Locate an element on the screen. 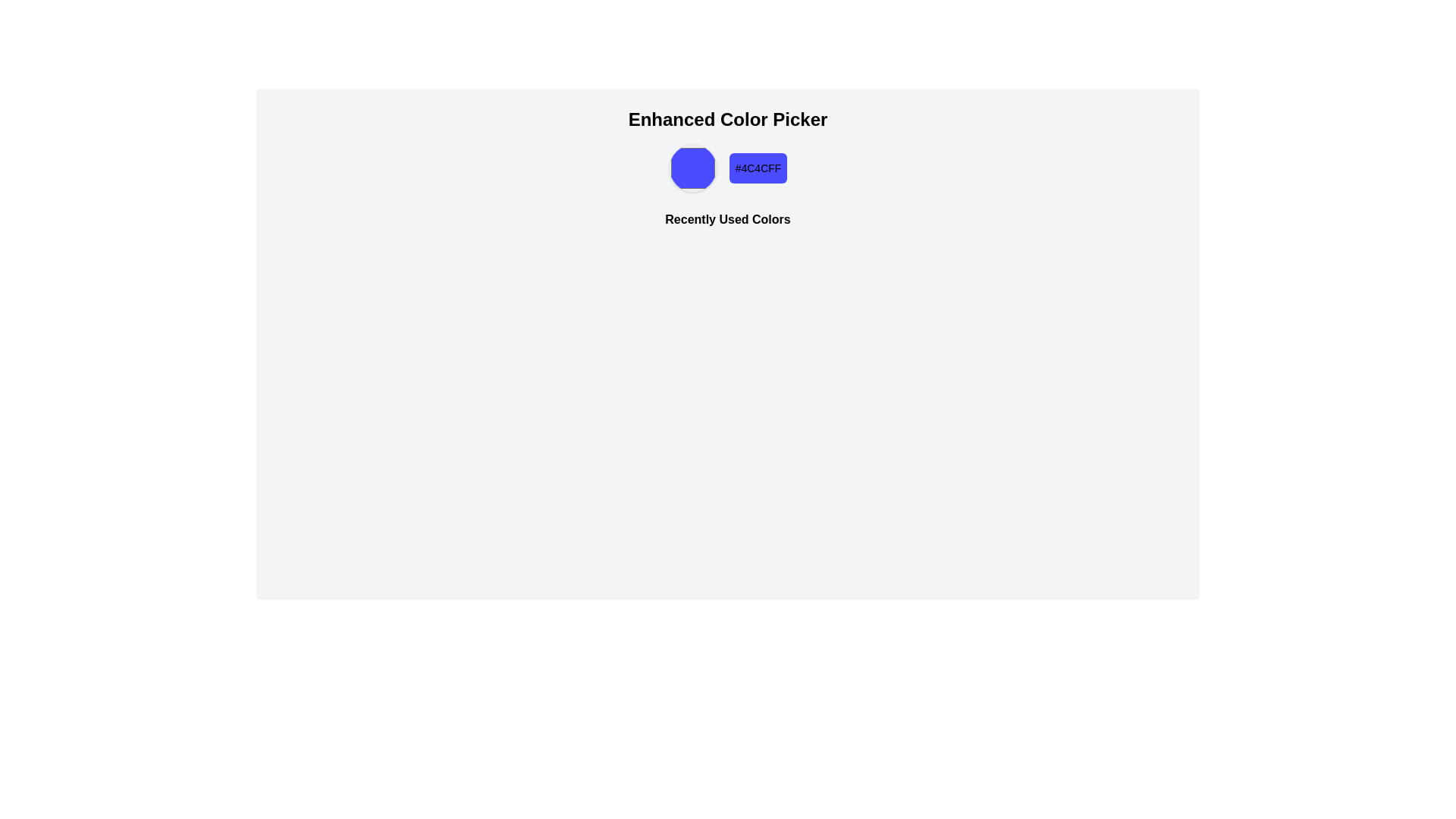 Image resolution: width=1456 pixels, height=819 pixels. the color display with label '#4C4CFF' is located at coordinates (728, 168).